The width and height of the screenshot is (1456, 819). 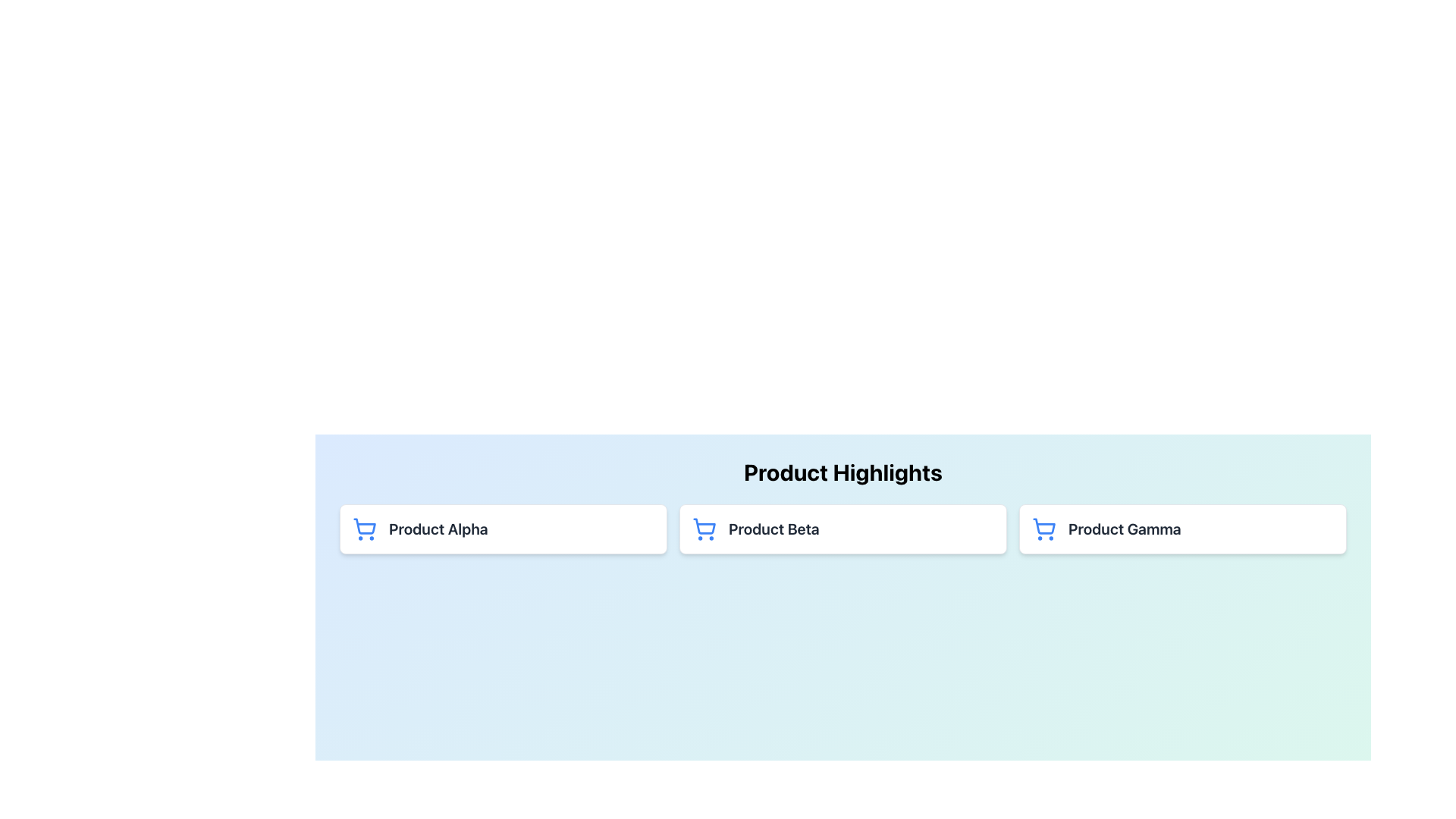 What do you see at coordinates (1182, 529) in the screenshot?
I see `the group containing the blue shopping cart icon and the bold text 'Product Gamma'` at bounding box center [1182, 529].